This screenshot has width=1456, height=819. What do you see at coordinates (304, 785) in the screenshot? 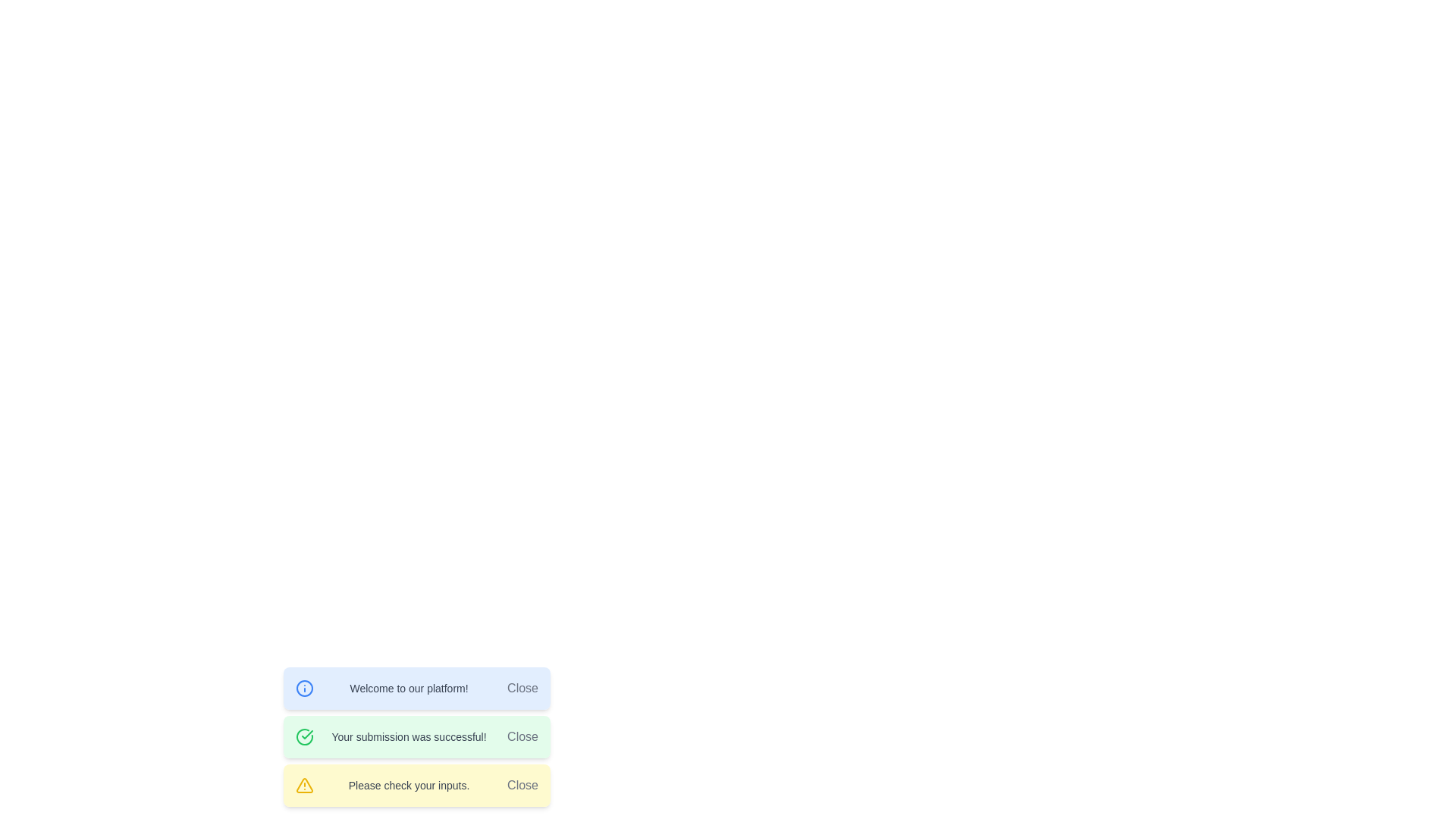
I see `the alert icon located on the right side of the third notification message with a yellow background that reads 'Please check your inputs.'` at bounding box center [304, 785].